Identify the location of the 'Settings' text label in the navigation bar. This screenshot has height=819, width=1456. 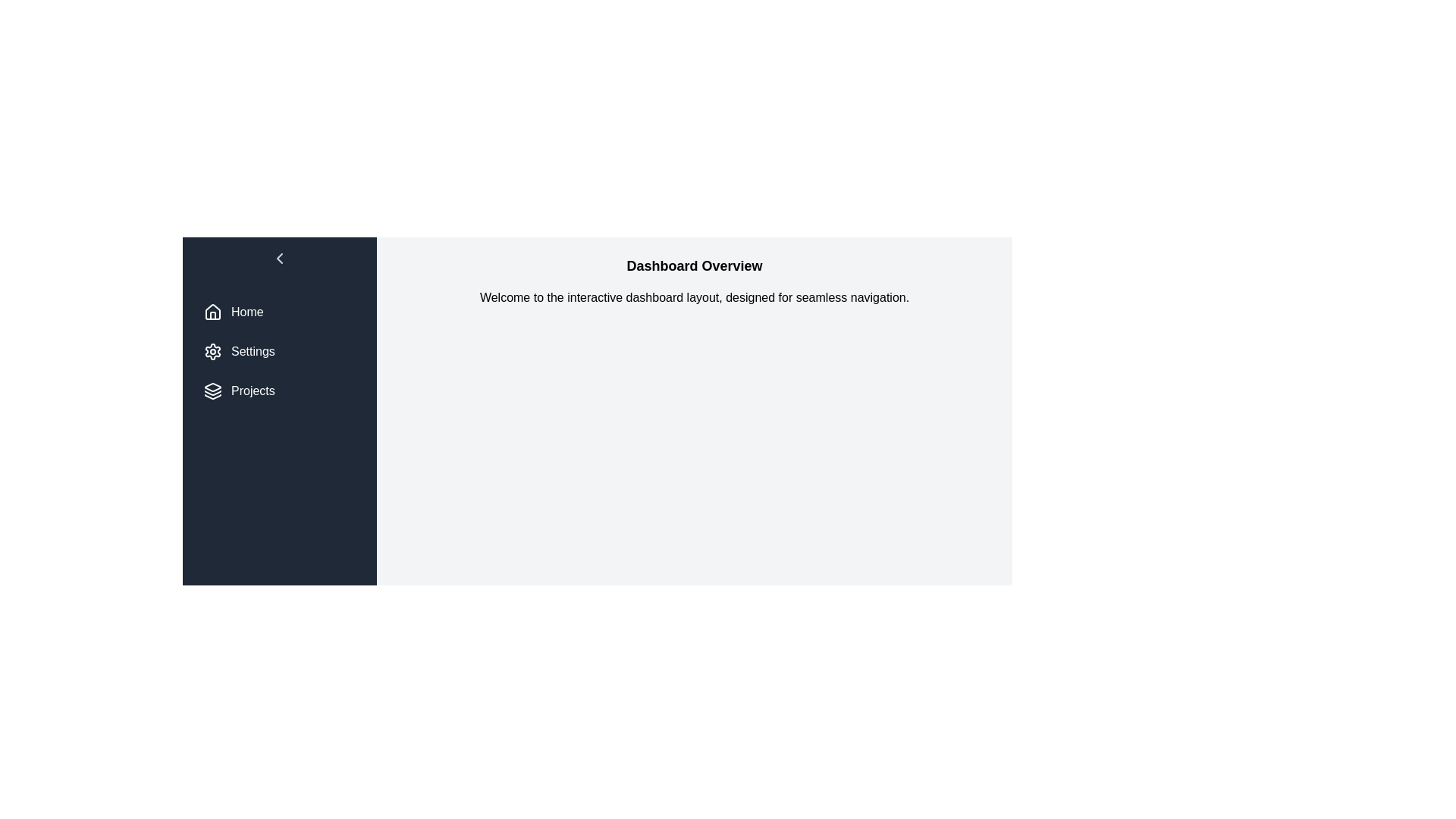
(253, 351).